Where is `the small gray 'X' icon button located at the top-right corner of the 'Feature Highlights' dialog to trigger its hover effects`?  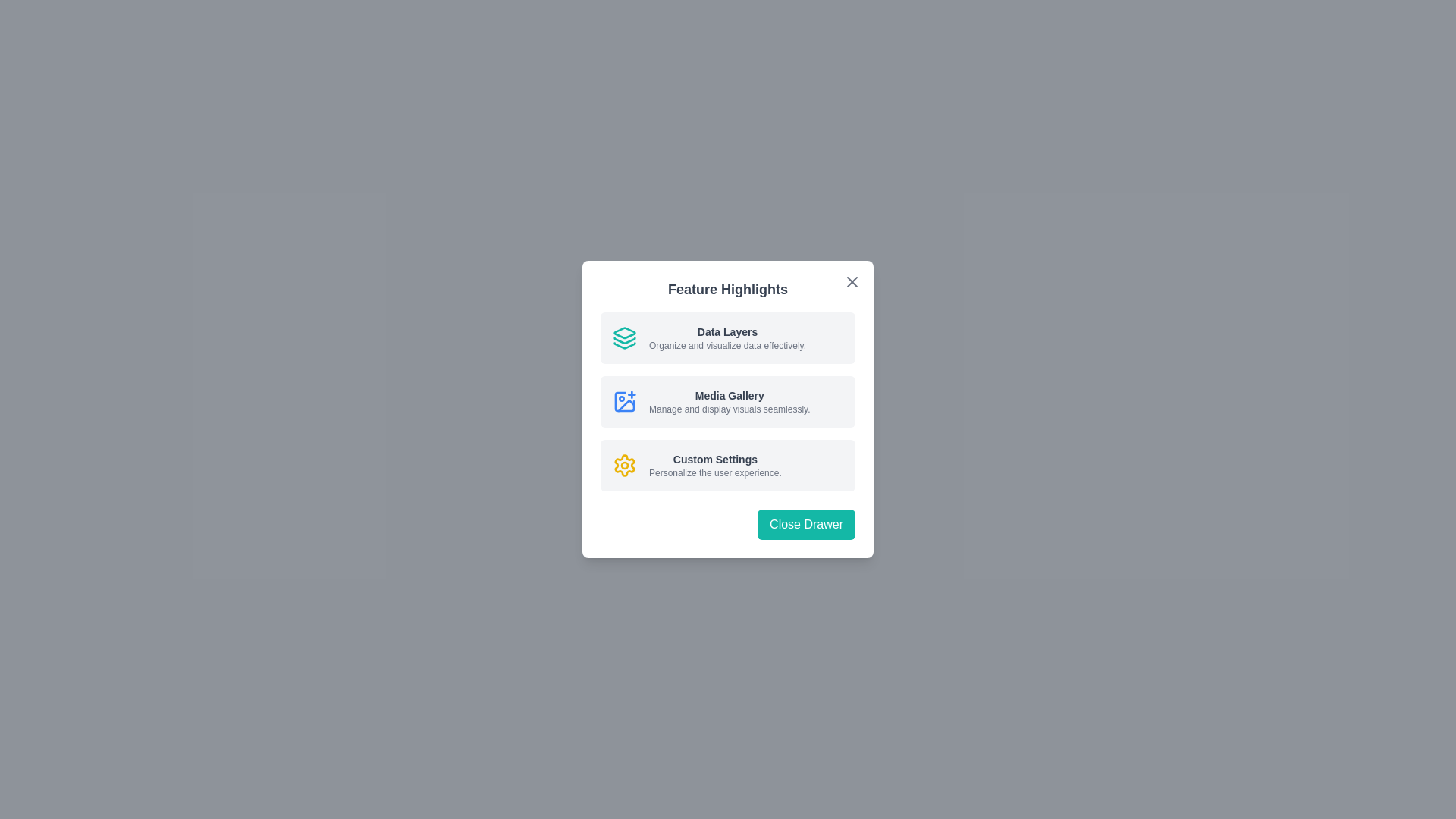
the small gray 'X' icon button located at the top-right corner of the 'Feature Highlights' dialog to trigger its hover effects is located at coordinates (852, 281).